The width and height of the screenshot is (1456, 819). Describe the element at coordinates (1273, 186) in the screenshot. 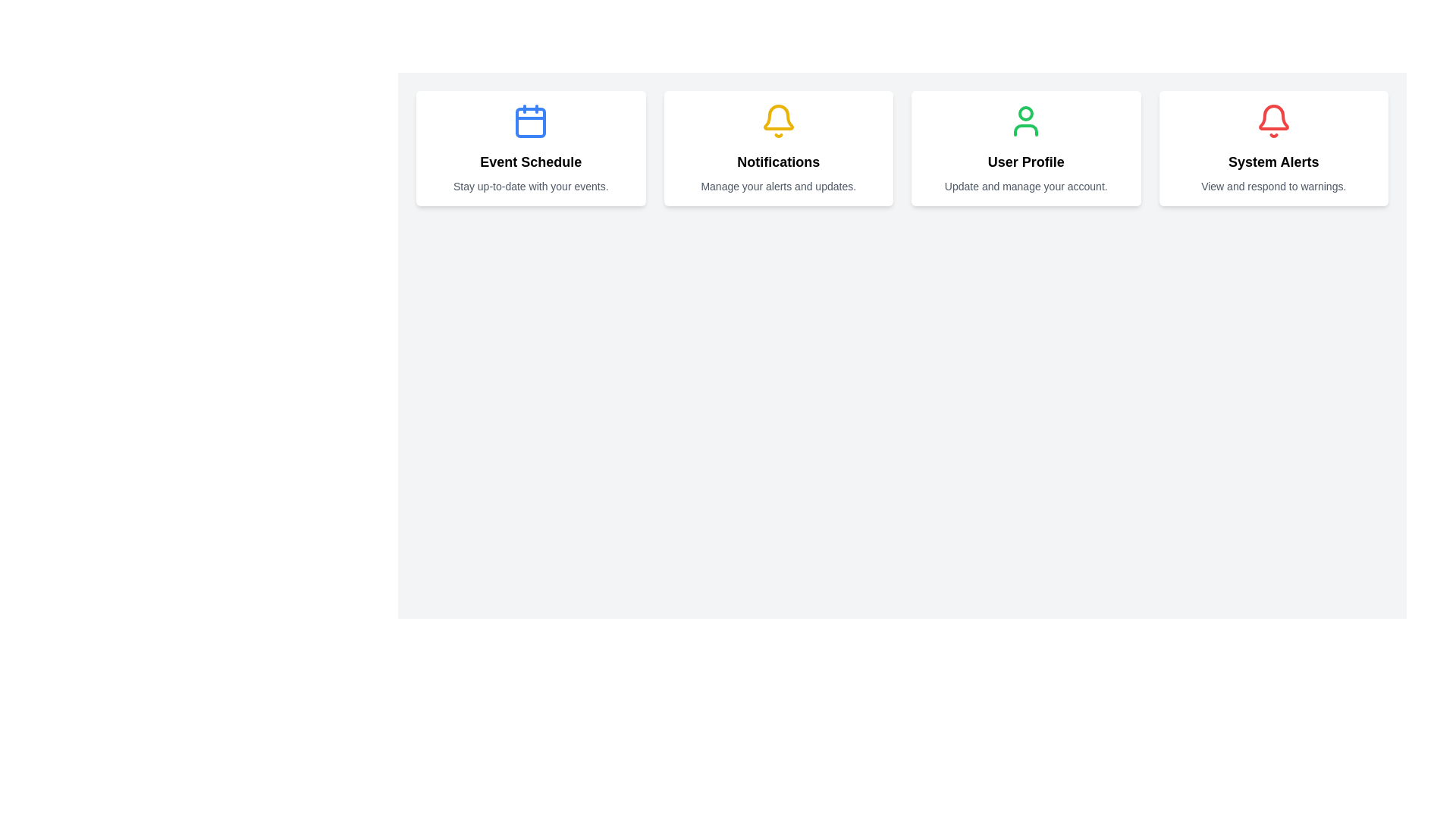

I see `the text label displaying 'View and respond to warnings.' located under the 'System Alerts' heading in the dashboard card` at that location.